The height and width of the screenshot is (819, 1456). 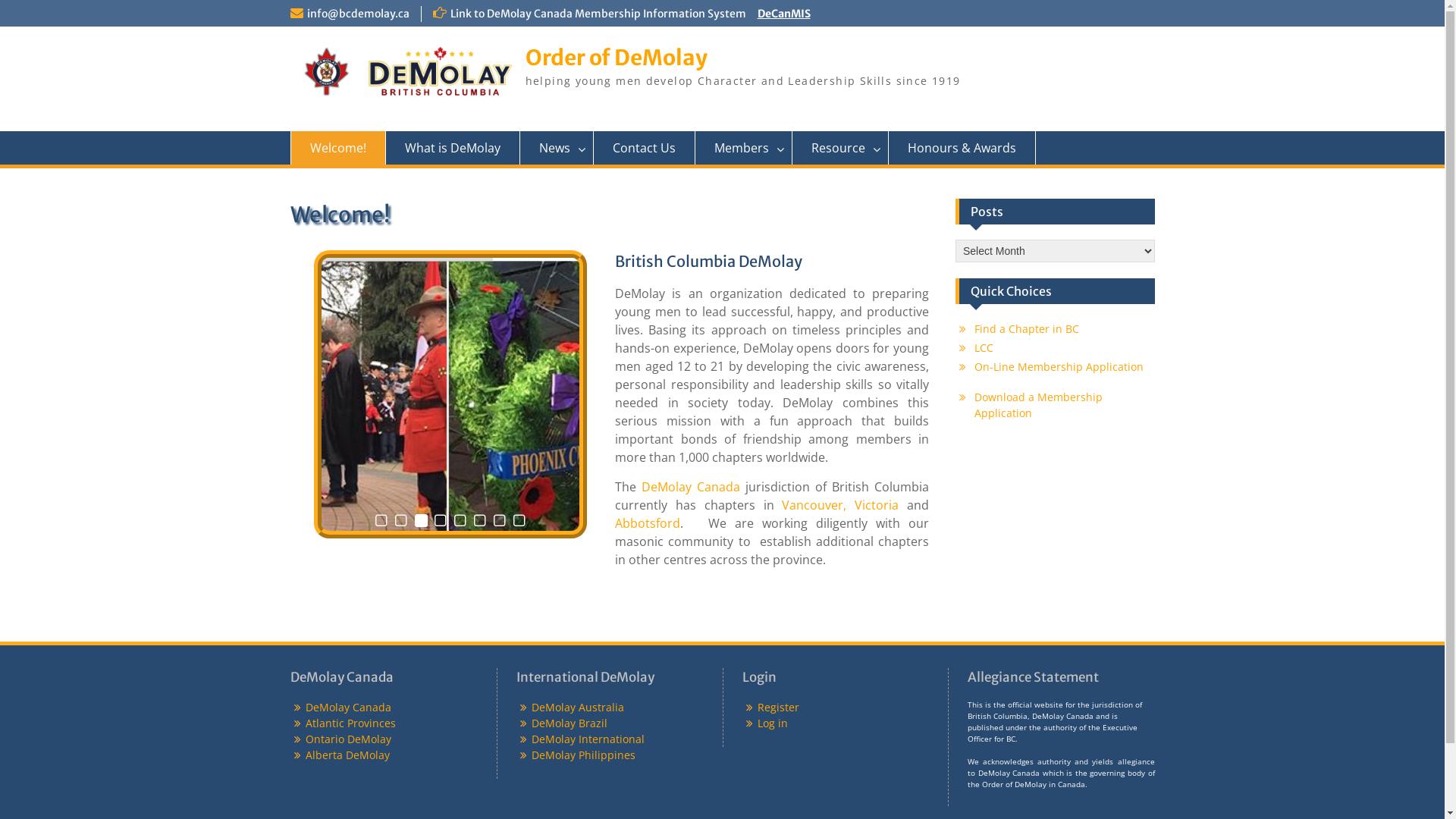 What do you see at coordinates (771, 722) in the screenshot?
I see `'Log in'` at bounding box center [771, 722].